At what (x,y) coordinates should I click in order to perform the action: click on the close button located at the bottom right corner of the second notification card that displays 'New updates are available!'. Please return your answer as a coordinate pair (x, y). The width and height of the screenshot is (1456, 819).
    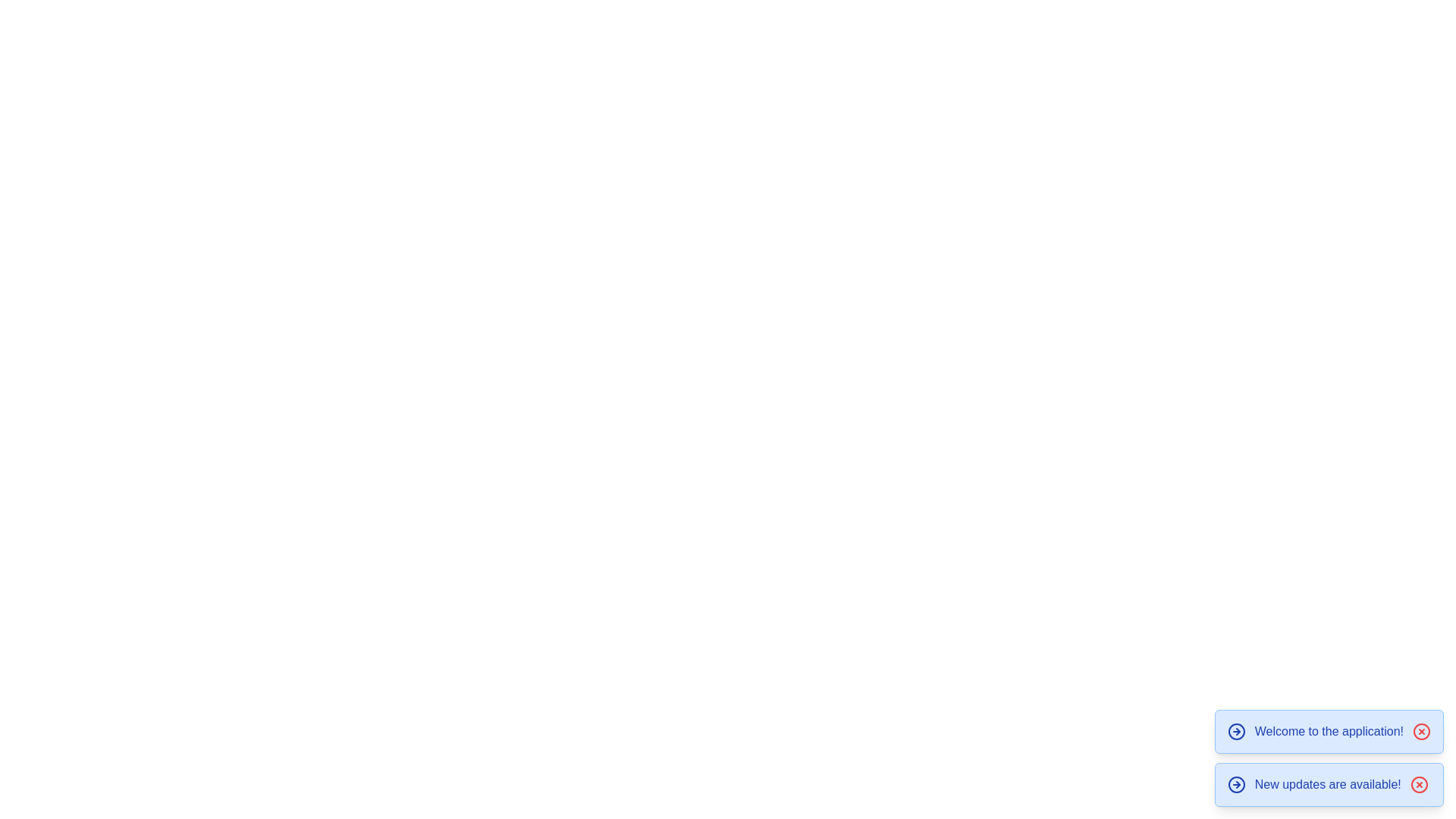
    Looking at the image, I should click on (1418, 784).